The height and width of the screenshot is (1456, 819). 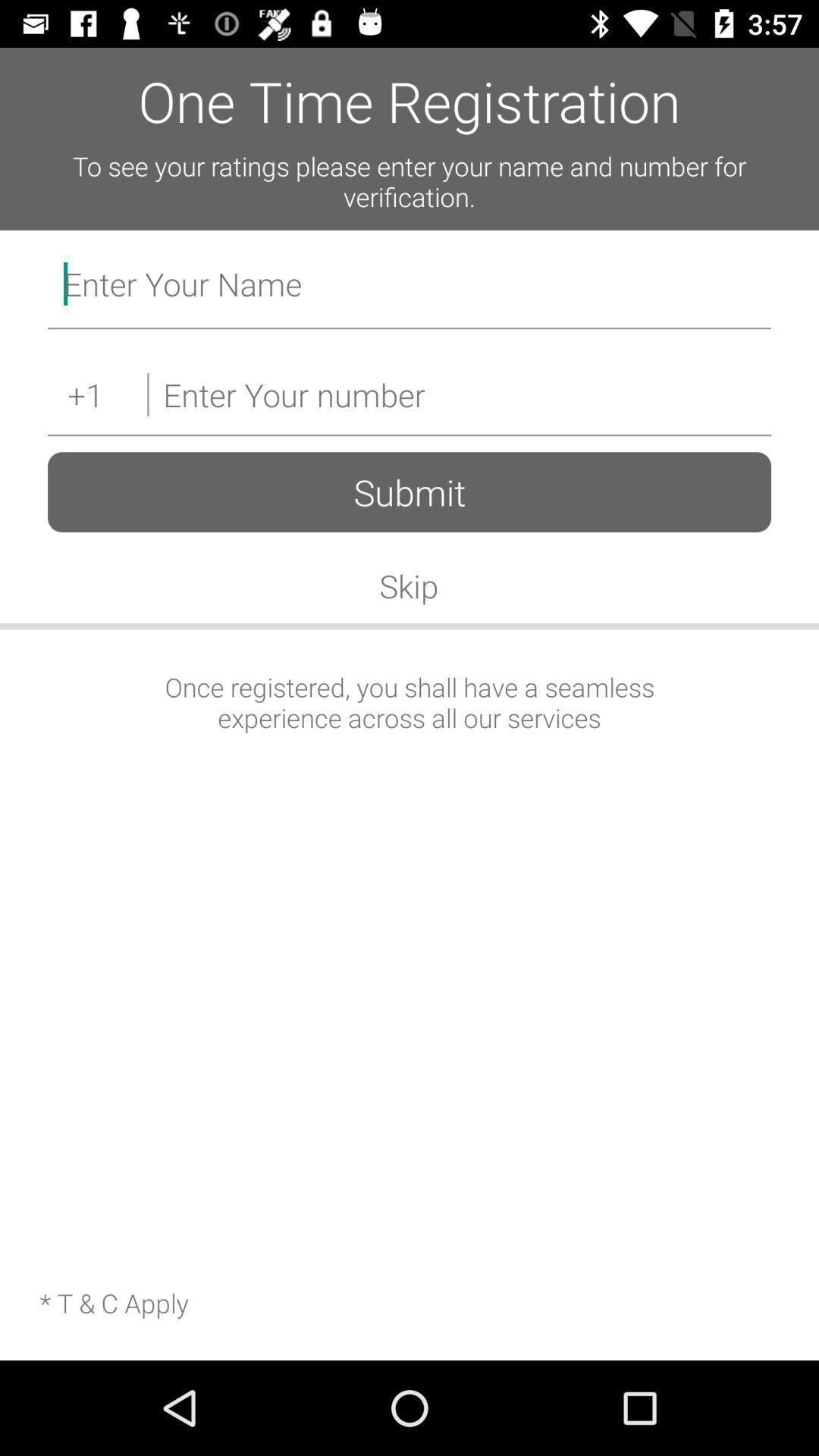 What do you see at coordinates (409, 287) in the screenshot?
I see `the item below to see your icon` at bounding box center [409, 287].